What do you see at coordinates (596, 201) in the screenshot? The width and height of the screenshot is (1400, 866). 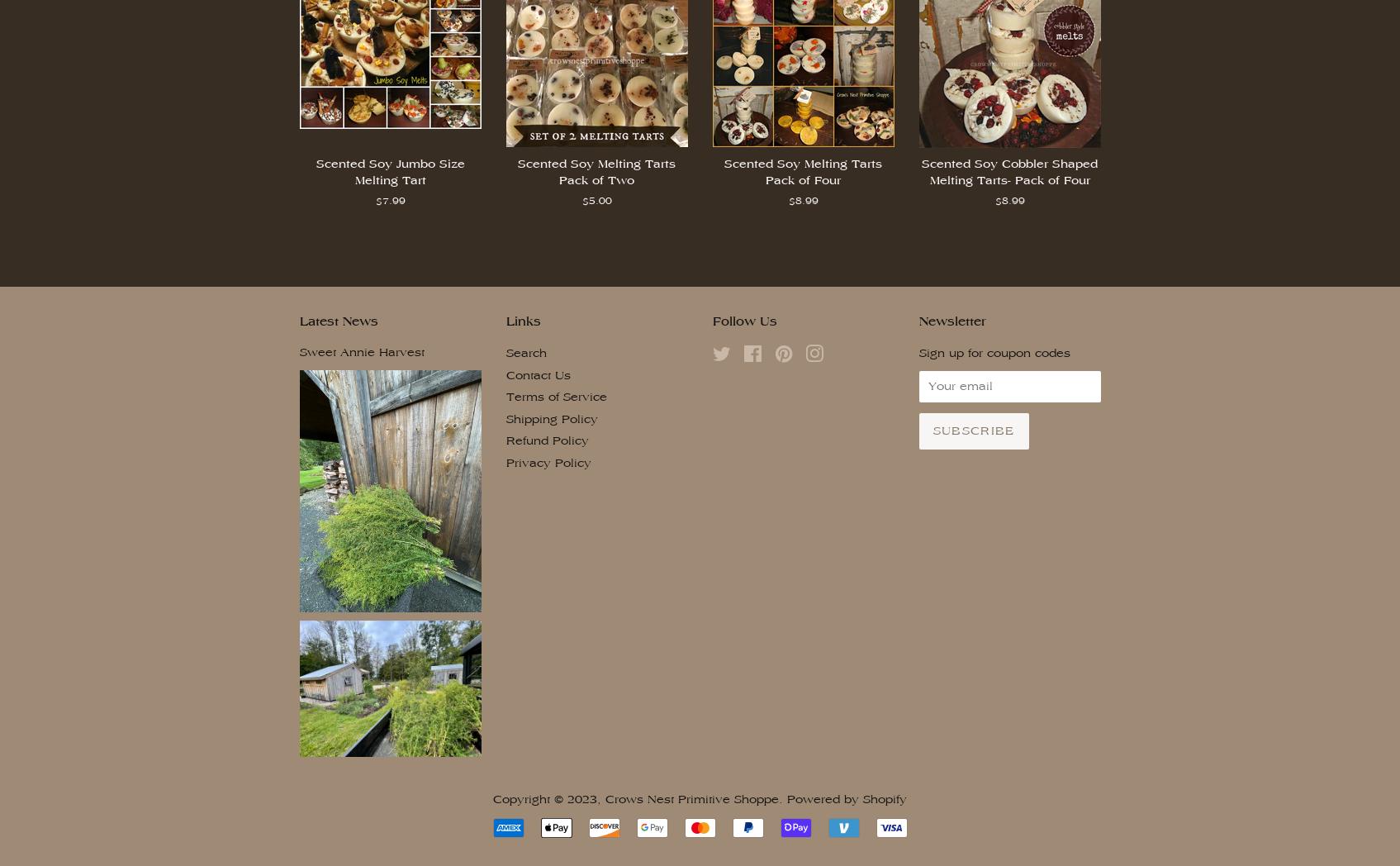 I see `'$5.00'` at bounding box center [596, 201].